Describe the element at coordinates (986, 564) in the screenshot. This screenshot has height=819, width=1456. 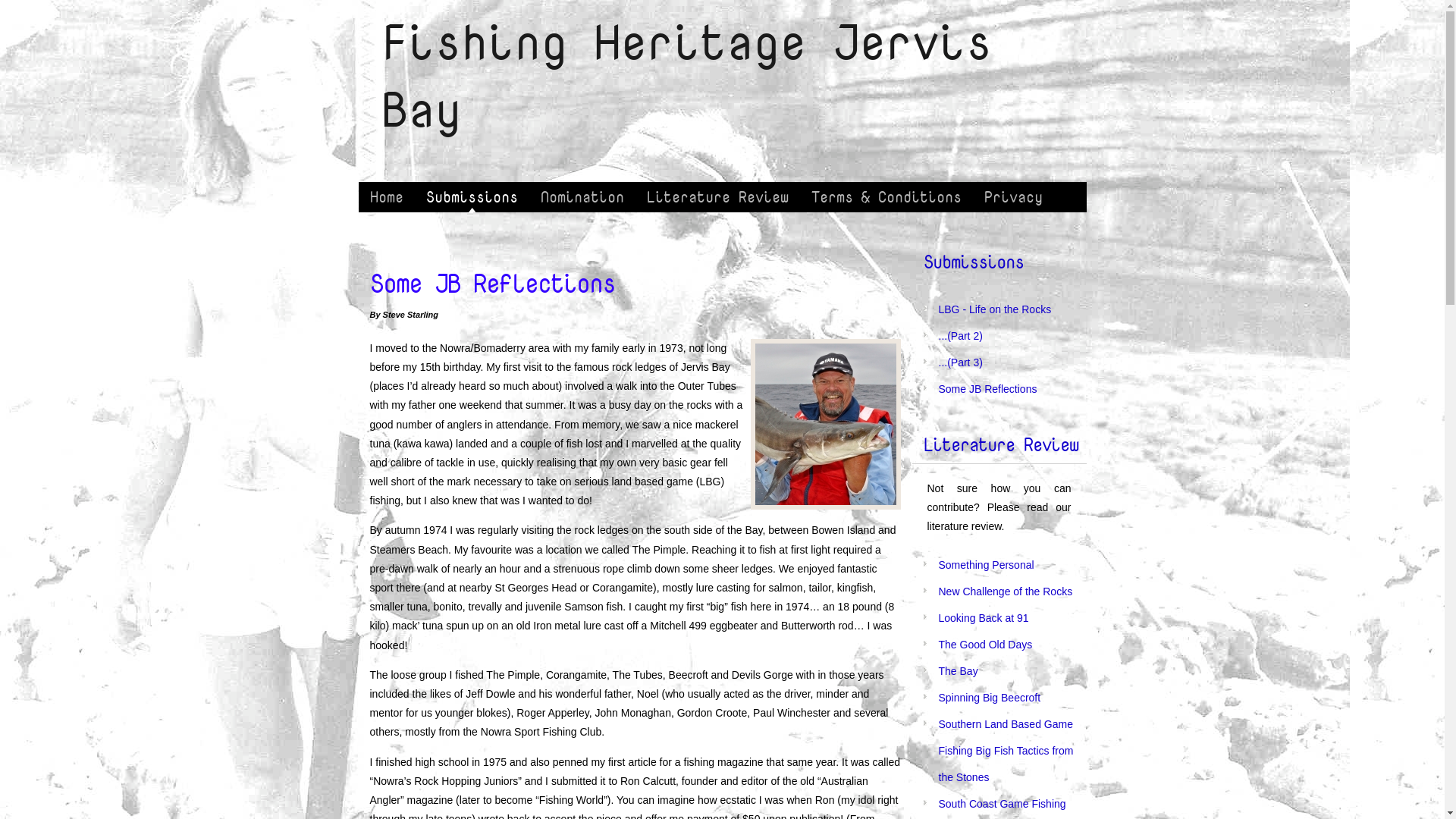
I see `'Something Personal'` at that location.